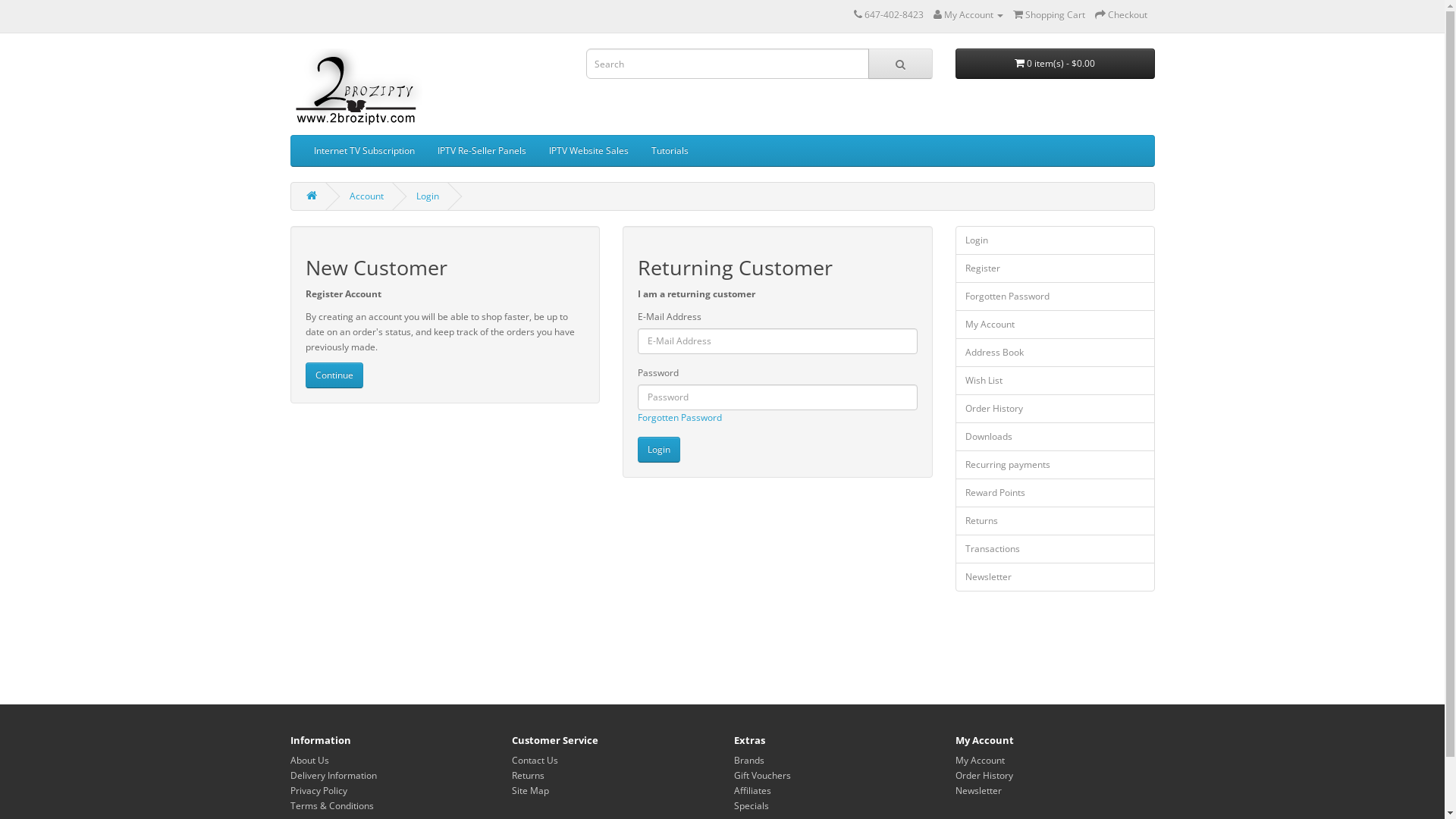 The width and height of the screenshot is (1456, 819). Describe the element at coordinates (1054, 436) in the screenshot. I see `'Downloads'` at that location.